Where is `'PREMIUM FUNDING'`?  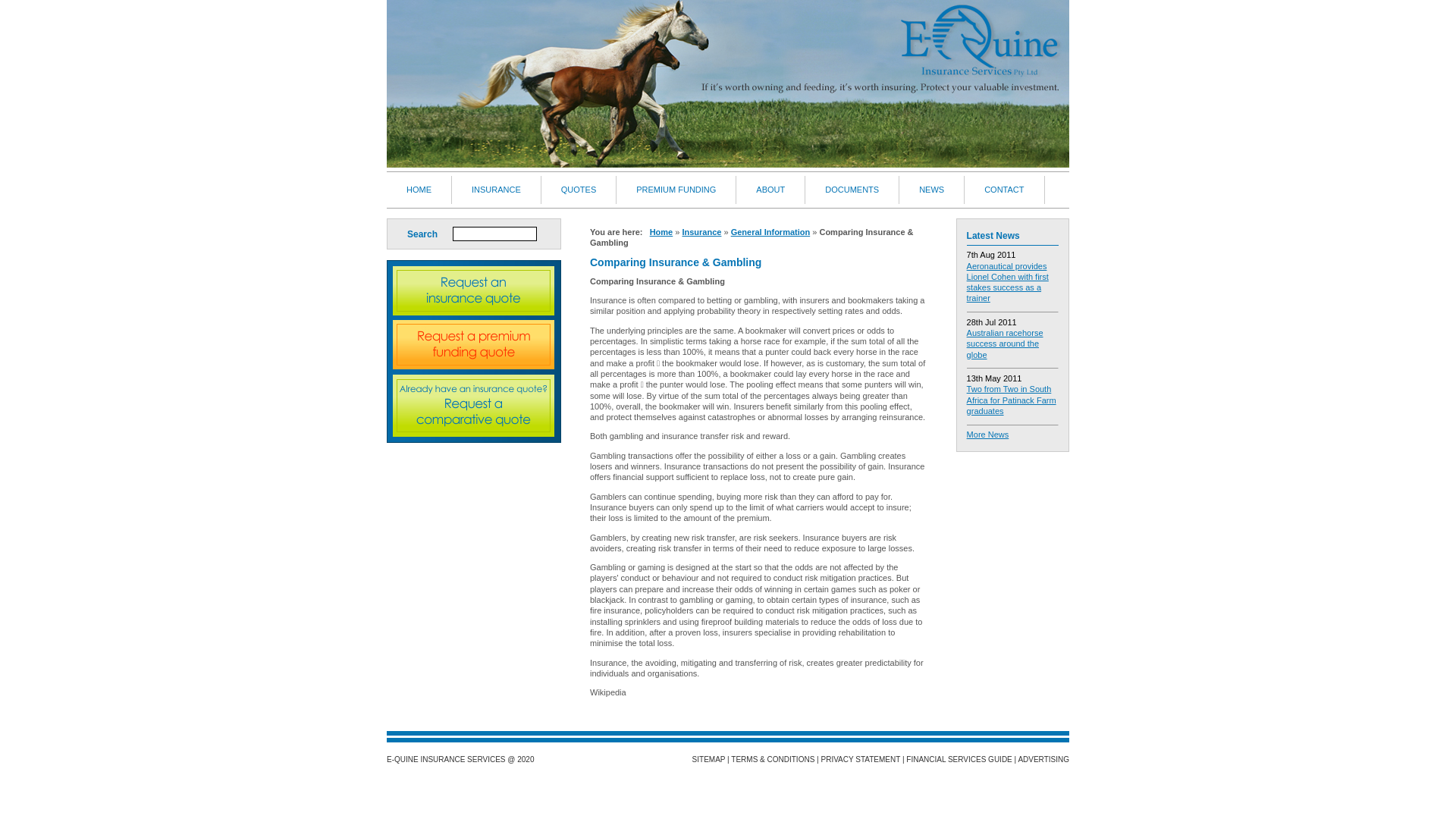
'PREMIUM FUNDING' is located at coordinates (676, 189).